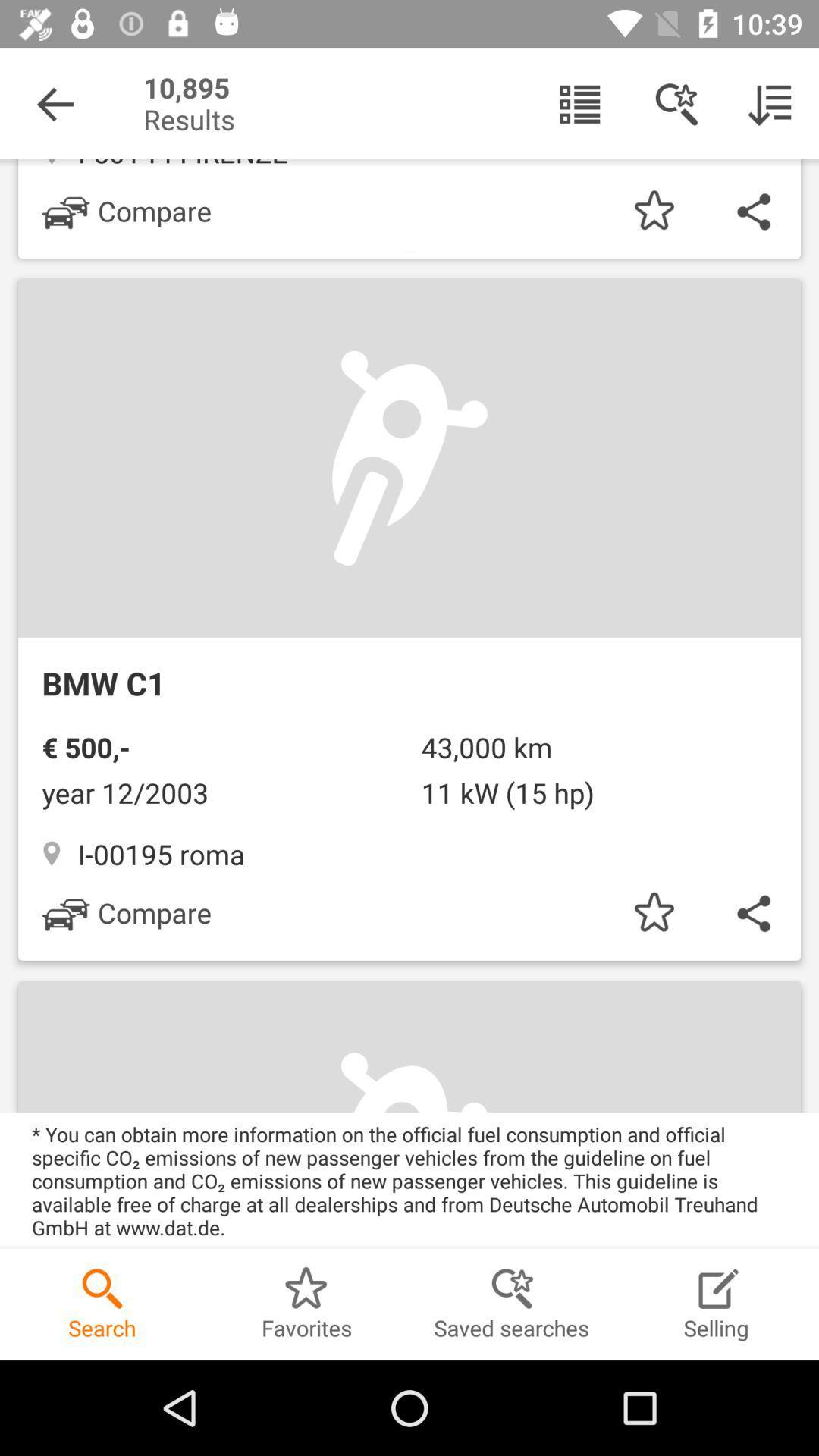 The width and height of the screenshot is (819, 1456). What do you see at coordinates (752, 912) in the screenshot?
I see `the share icon  below  bmw c1 to the right of compare` at bounding box center [752, 912].